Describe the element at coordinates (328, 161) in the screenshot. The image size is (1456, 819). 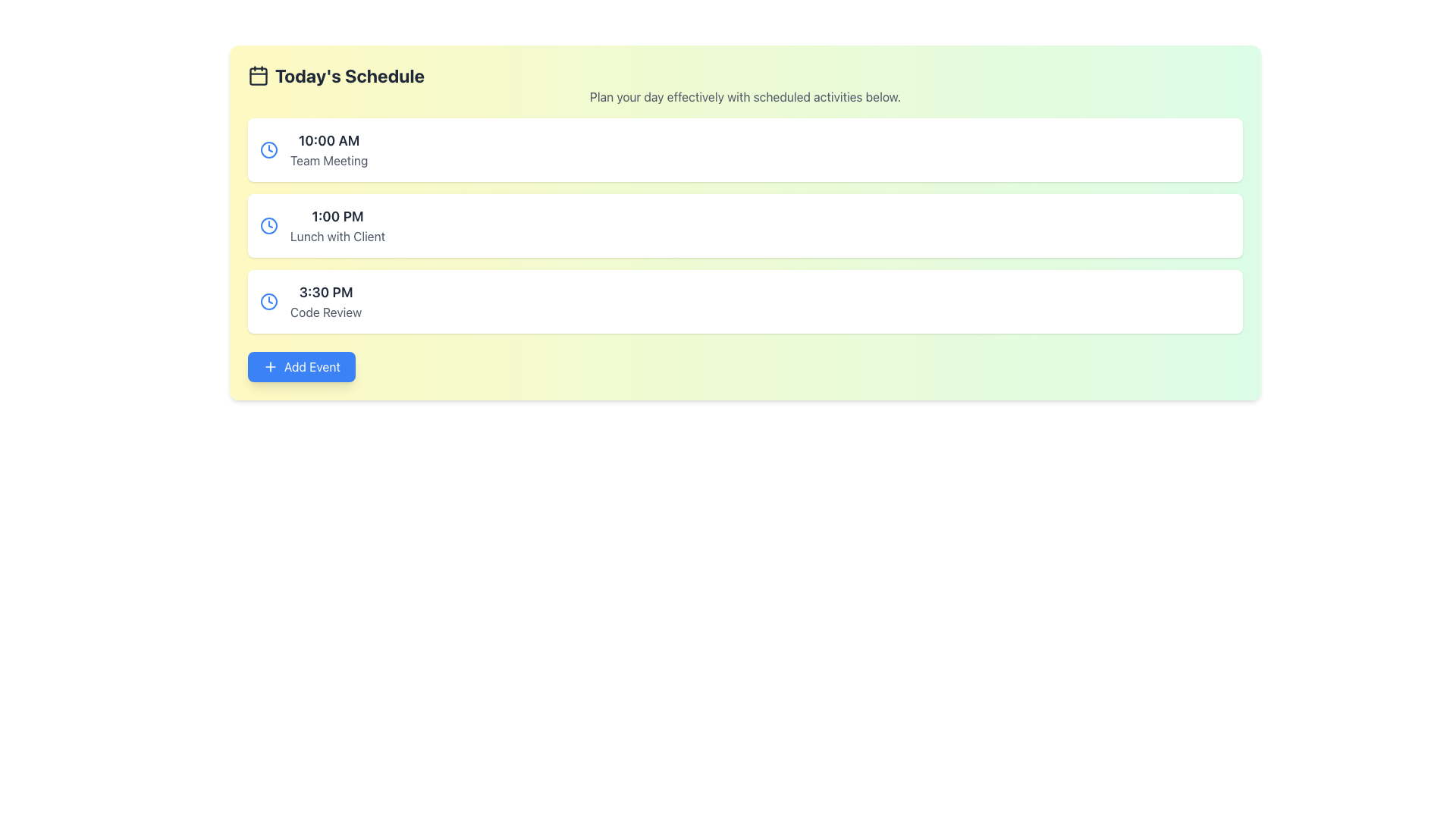
I see `the 'Team Meeting' text label, which is styled in gray and located directly beneath the '10:00 AM' text in the first white card of the schedule list` at that location.